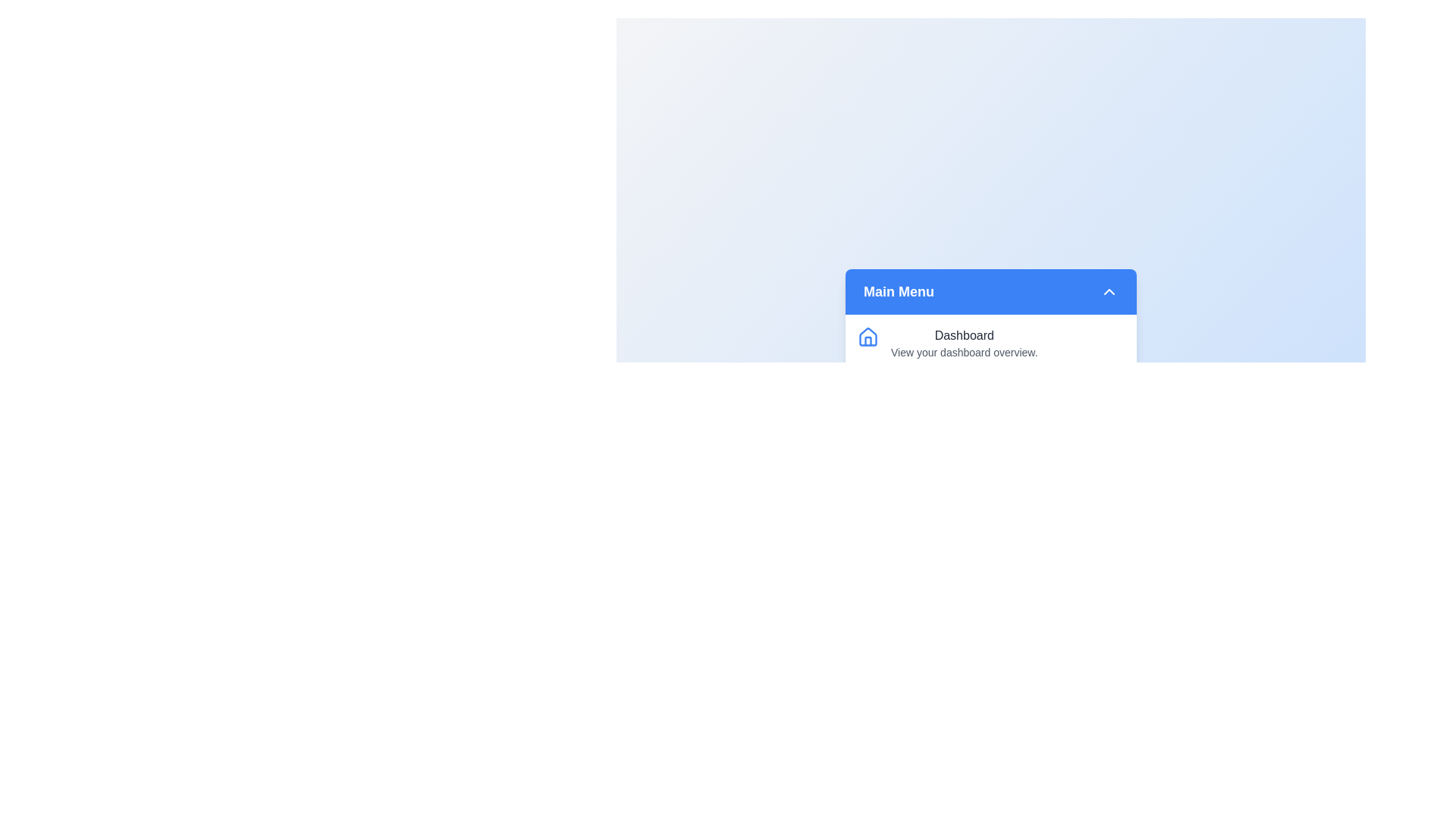  Describe the element at coordinates (990, 343) in the screenshot. I see `the menu item Dashboard to navigate or view details` at that location.